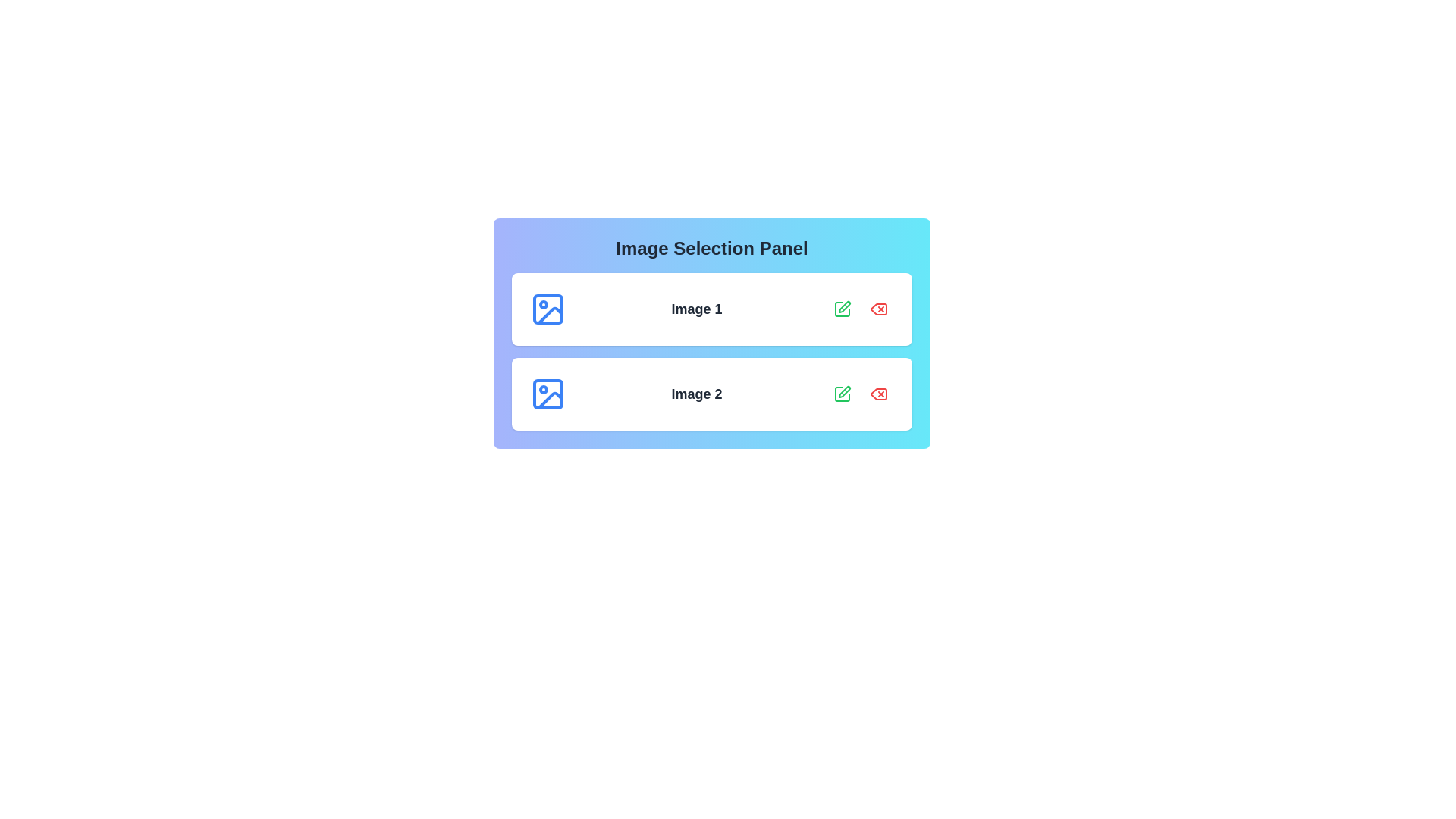 This screenshot has width=1456, height=819. What do you see at coordinates (841, 309) in the screenshot?
I see `the edit icon located inside the green edit button on the right side of the Image 1 section` at bounding box center [841, 309].